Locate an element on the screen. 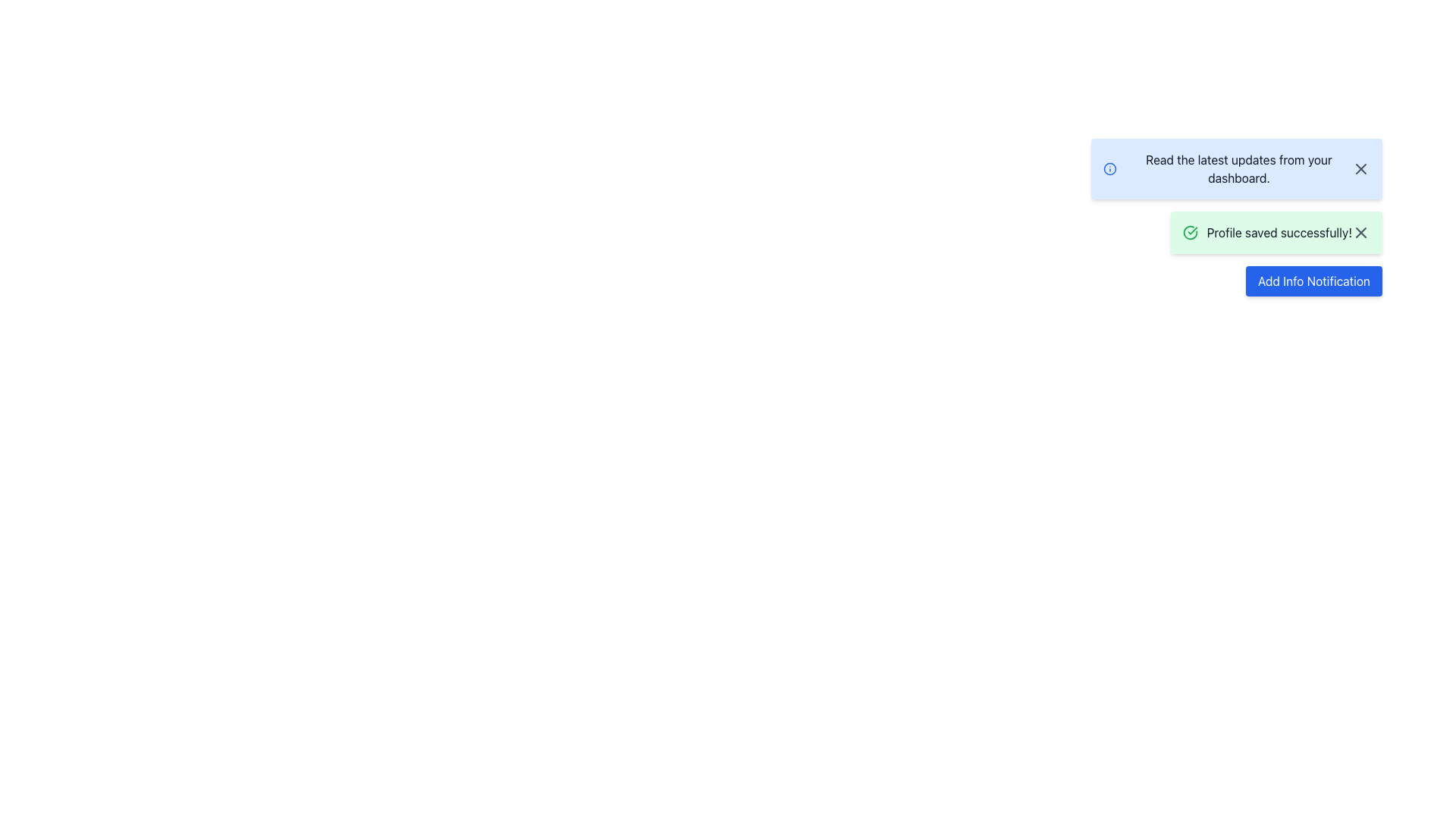  the circular icon with a green outline and a green checkmark inside, located to the left of the message text 'Profile saved successfully!' is located at coordinates (1189, 233).